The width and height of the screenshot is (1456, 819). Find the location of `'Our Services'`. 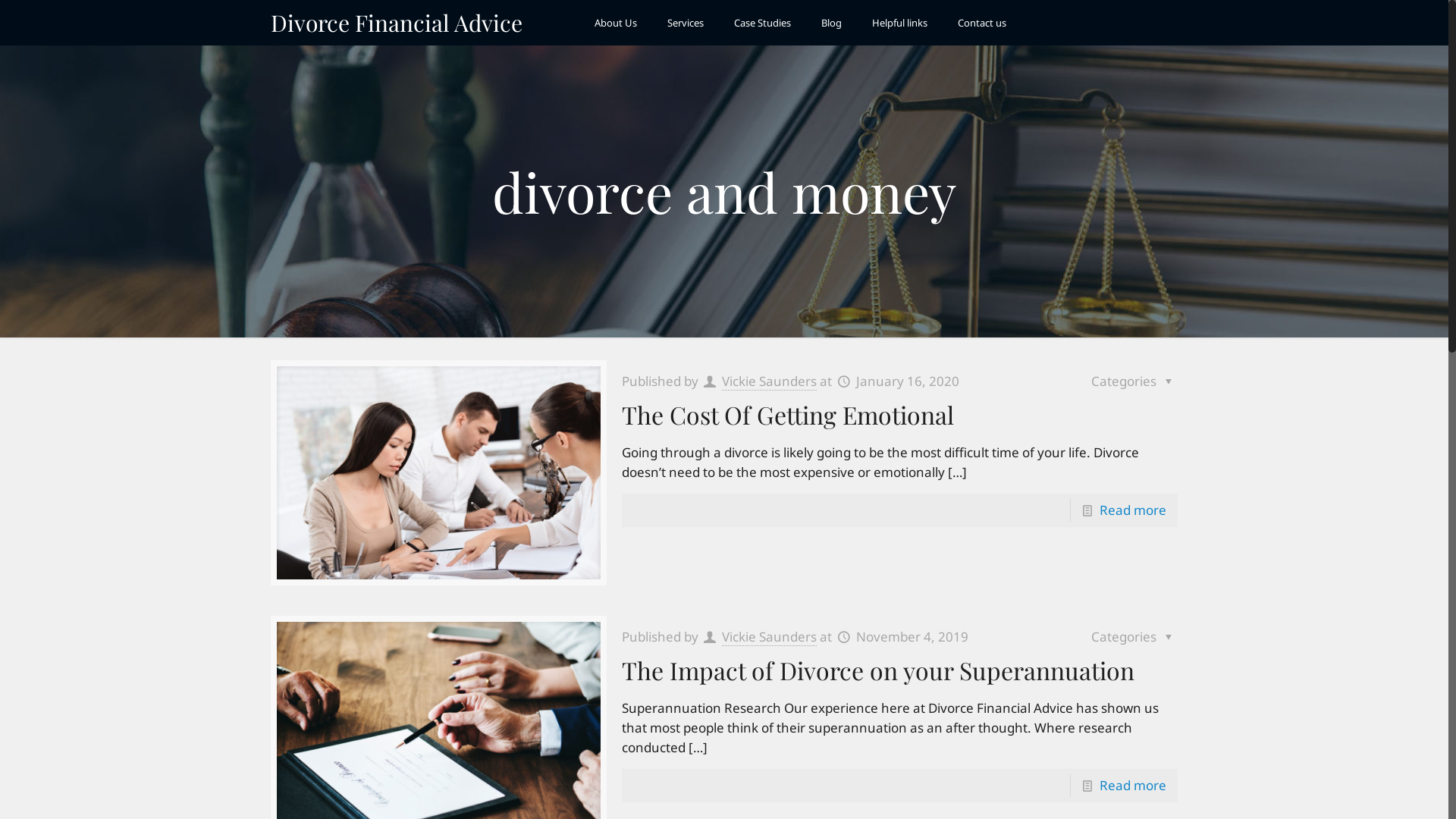

'Our Services' is located at coordinates (558, 626).